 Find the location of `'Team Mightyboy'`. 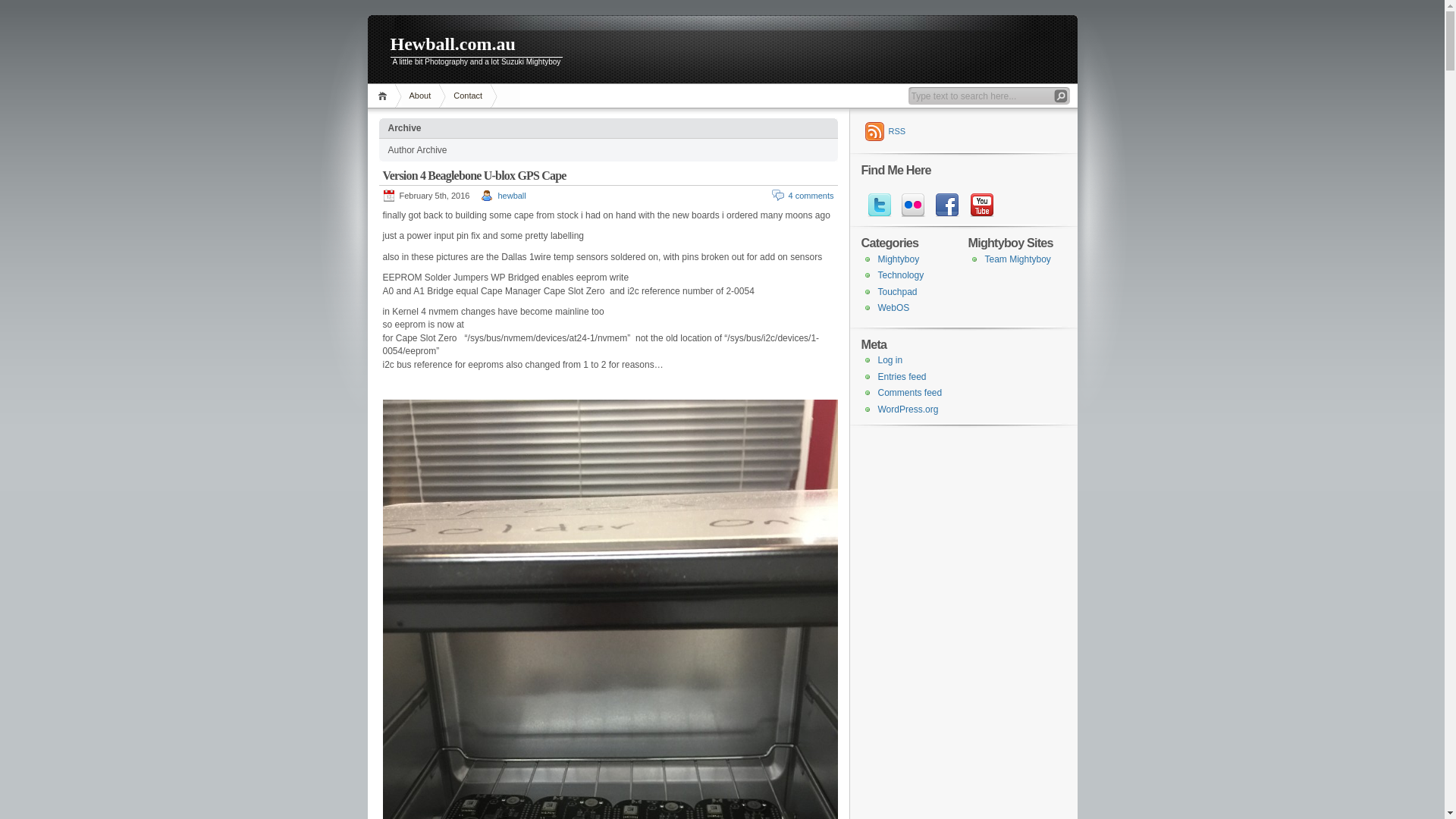

'Team Mightyboy' is located at coordinates (984, 259).